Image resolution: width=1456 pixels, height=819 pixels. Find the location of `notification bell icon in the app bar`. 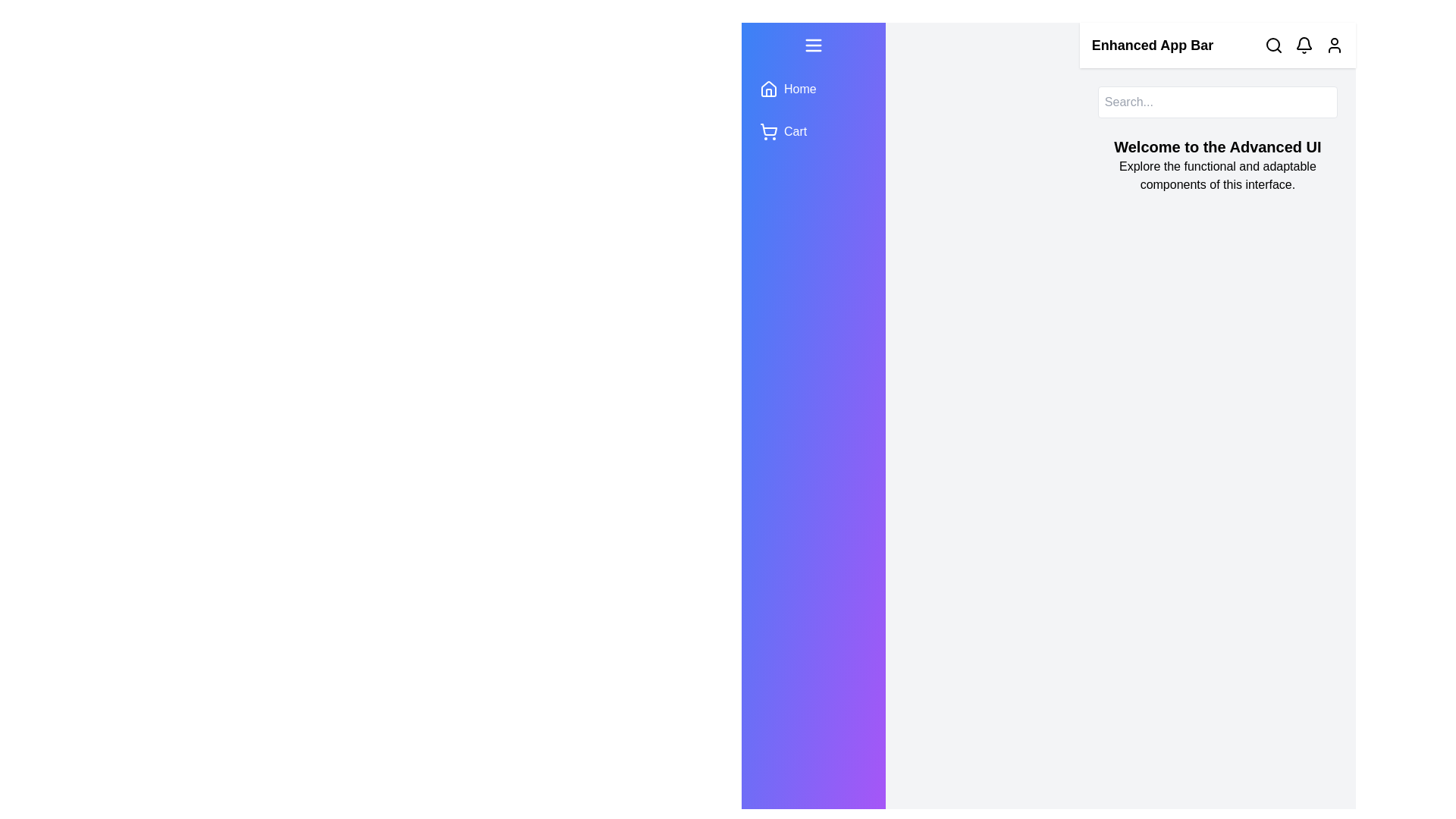

notification bell icon in the app bar is located at coordinates (1303, 45).